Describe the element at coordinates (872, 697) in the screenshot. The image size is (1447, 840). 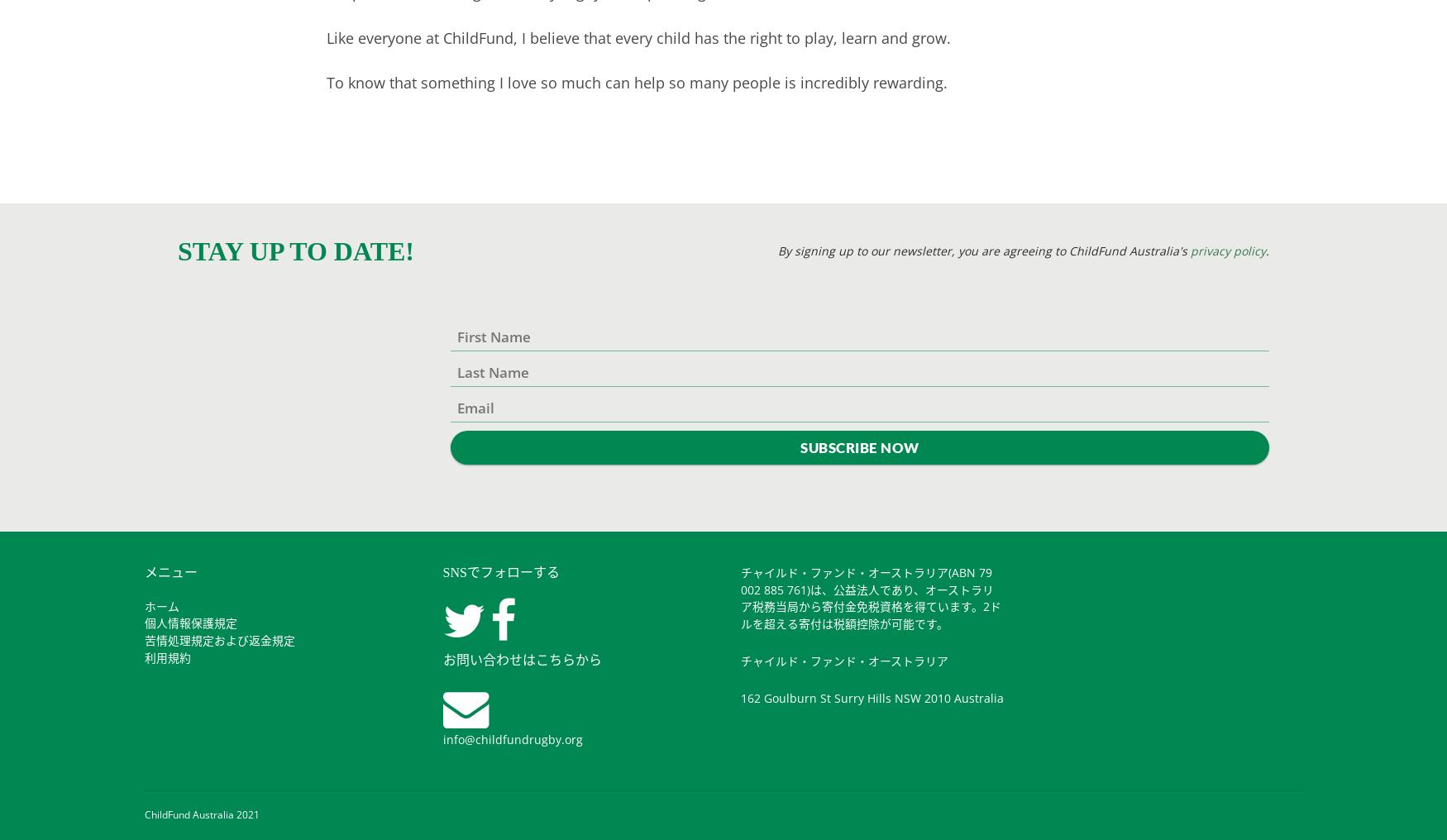
I see `'162 Goulburn St Surry Hills NSW 2010 Australia'` at that location.